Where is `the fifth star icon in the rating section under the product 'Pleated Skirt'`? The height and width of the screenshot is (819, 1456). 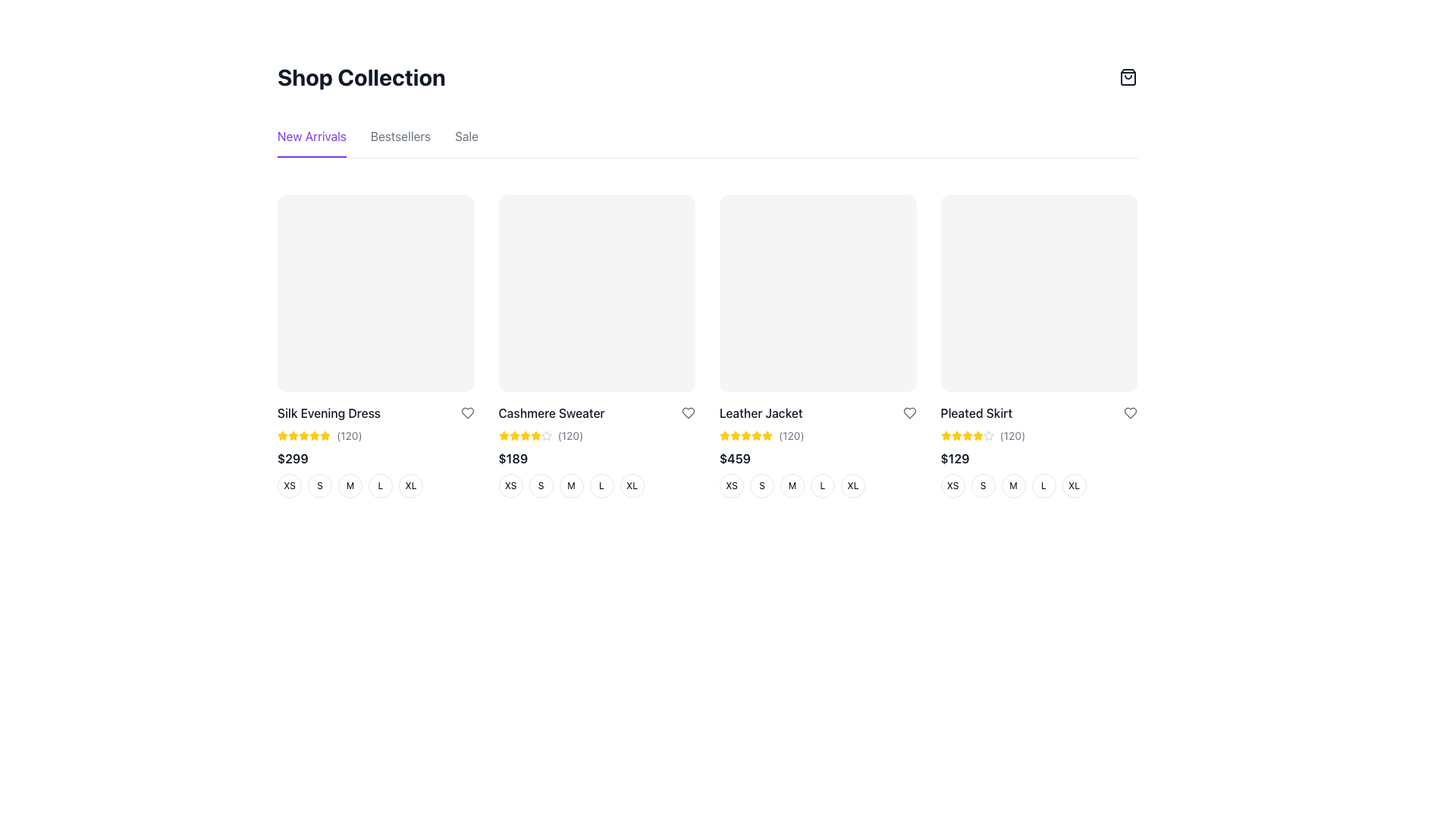 the fifth star icon in the rating section under the product 'Pleated Skirt' is located at coordinates (977, 435).